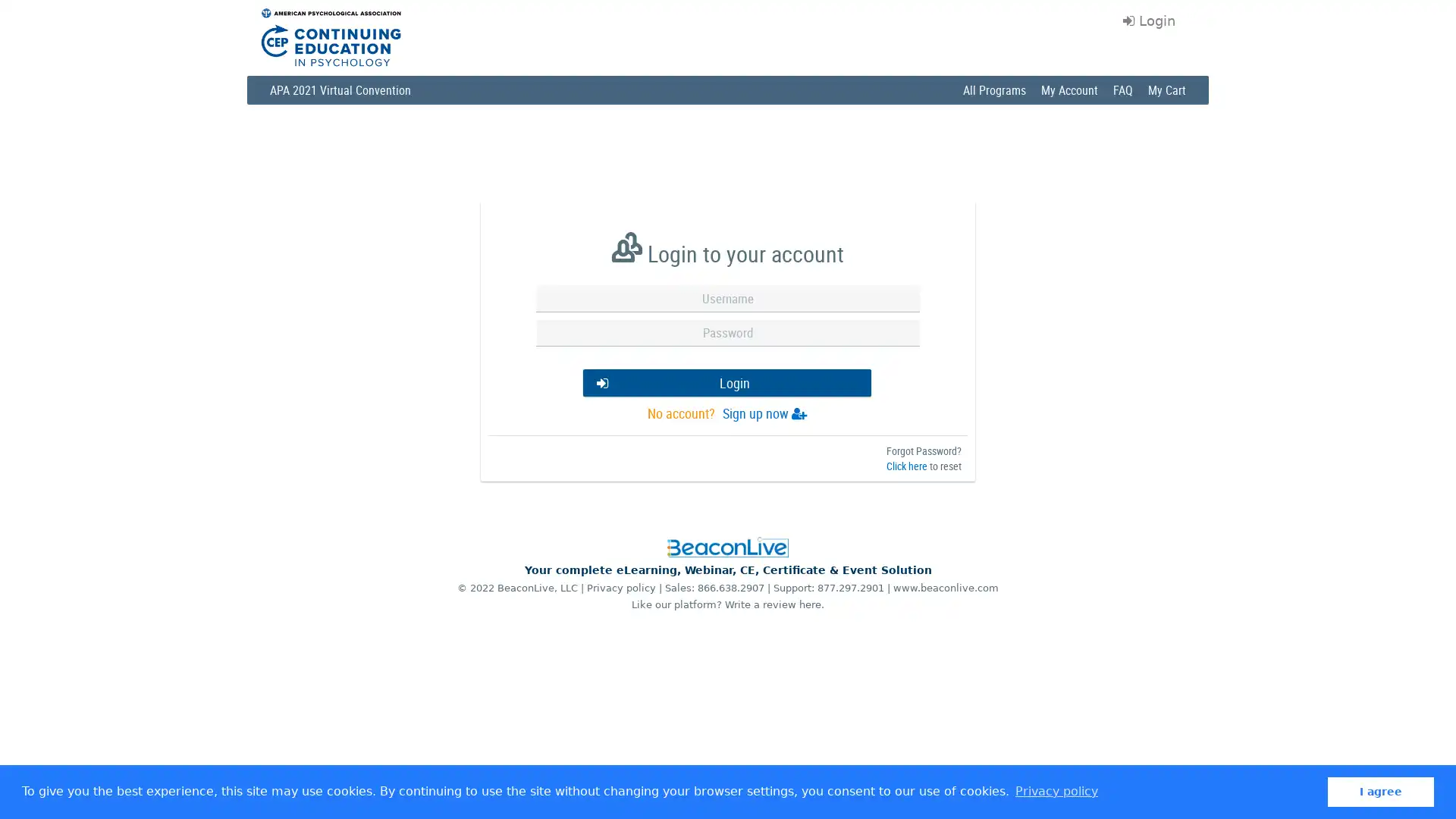 This screenshot has height=819, width=1456. What do you see at coordinates (1055, 791) in the screenshot?
I see `learn more about cookies` at bounding box center [1055, 791].